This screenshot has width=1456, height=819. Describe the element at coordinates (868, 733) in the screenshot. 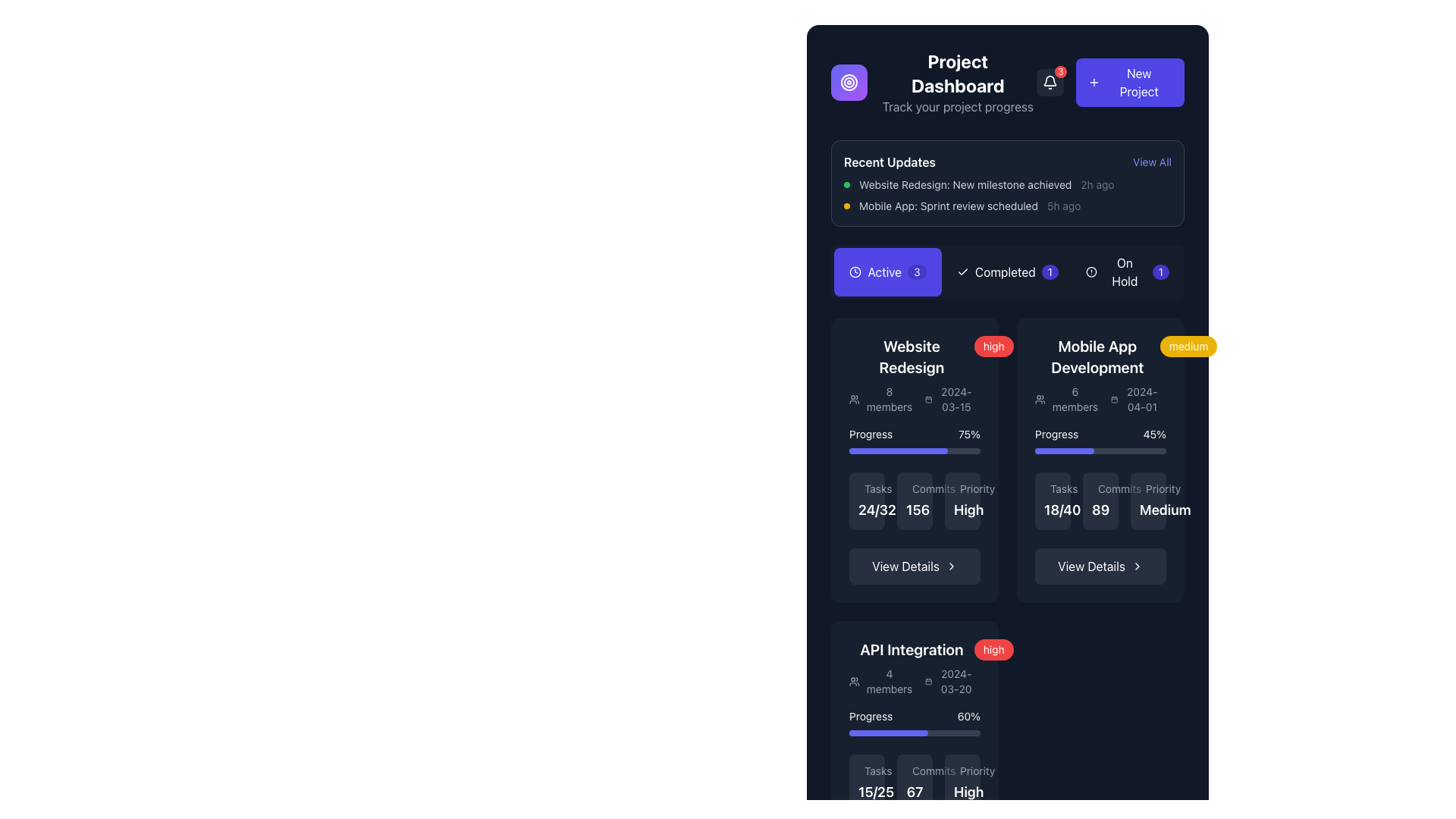

I see `progress bar` at that location.